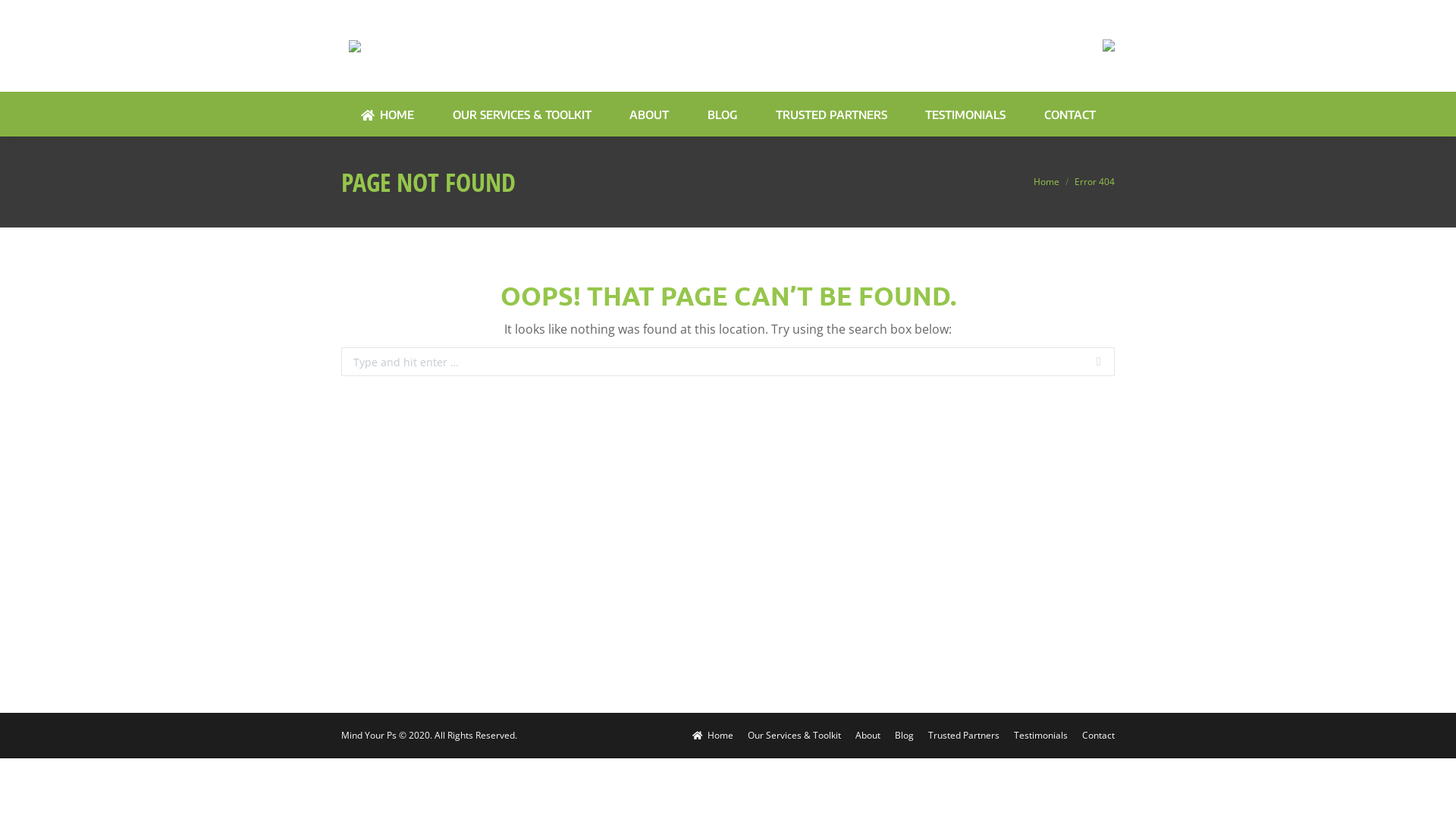 This screenshot has height=819, width=1456. What do you see at coordinates (387, 114) in the screenshot?
I see `'HOME'` at bounding box center [387, 114].